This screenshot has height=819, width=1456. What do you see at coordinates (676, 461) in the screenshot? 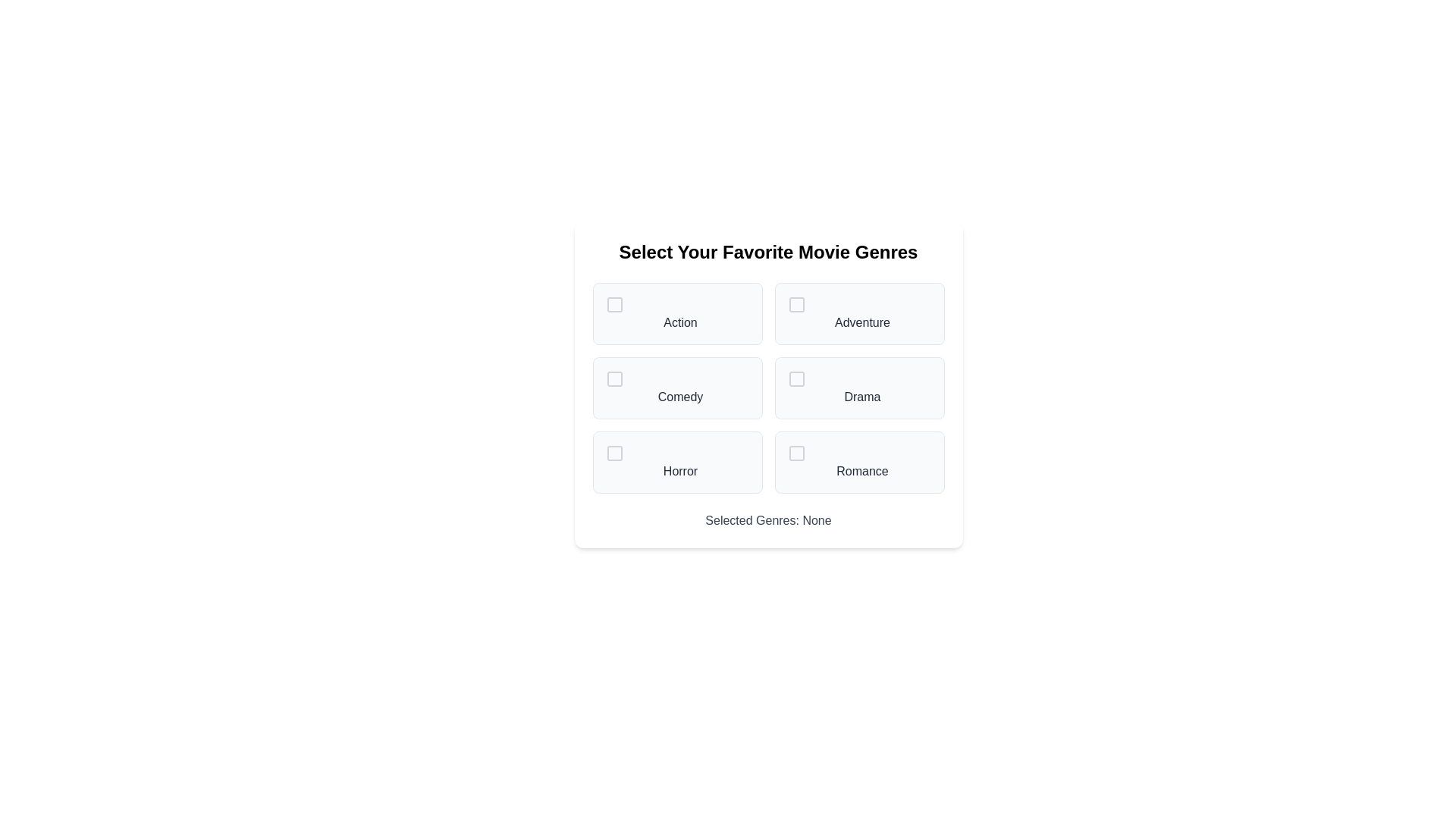
I see `the genre Horror to observe its hover effect` at bounding box center [676, 461].